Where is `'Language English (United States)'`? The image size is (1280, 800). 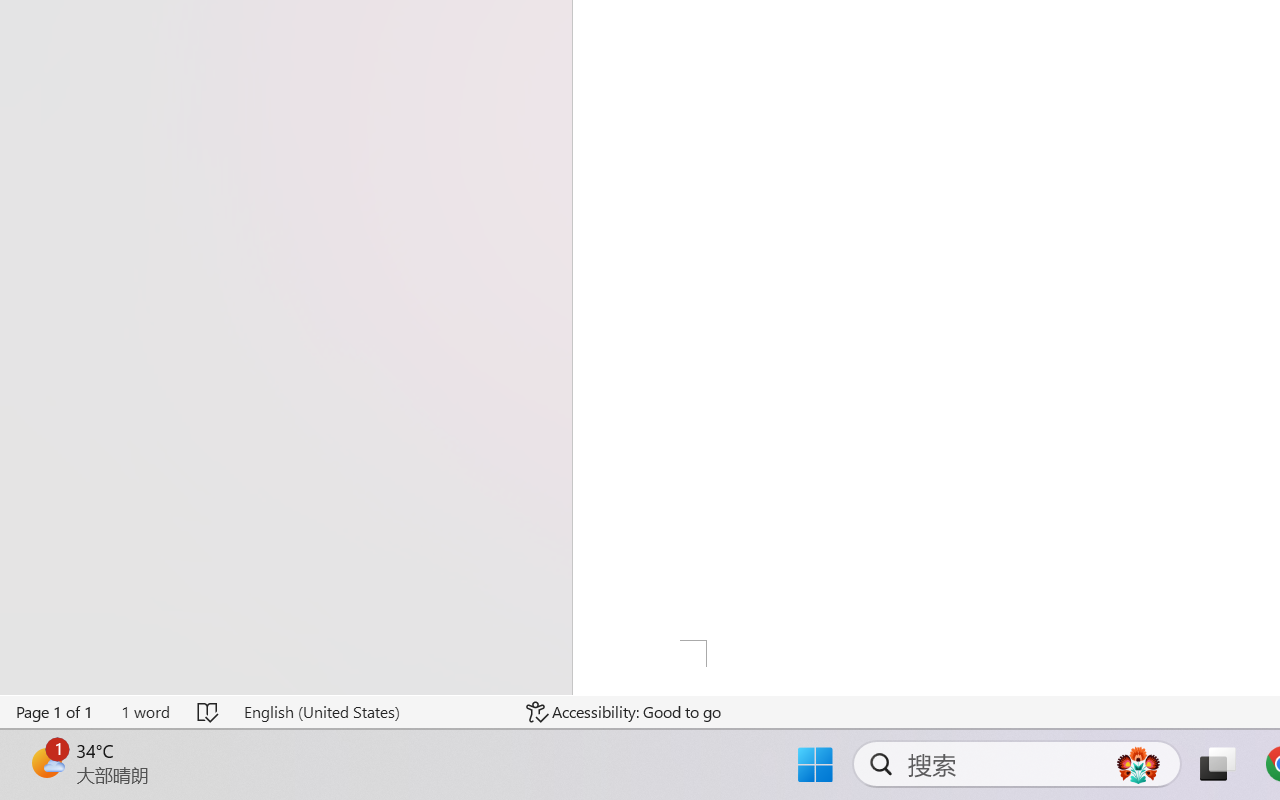
'Language English (United States)' is located at coordinates (371, 711).